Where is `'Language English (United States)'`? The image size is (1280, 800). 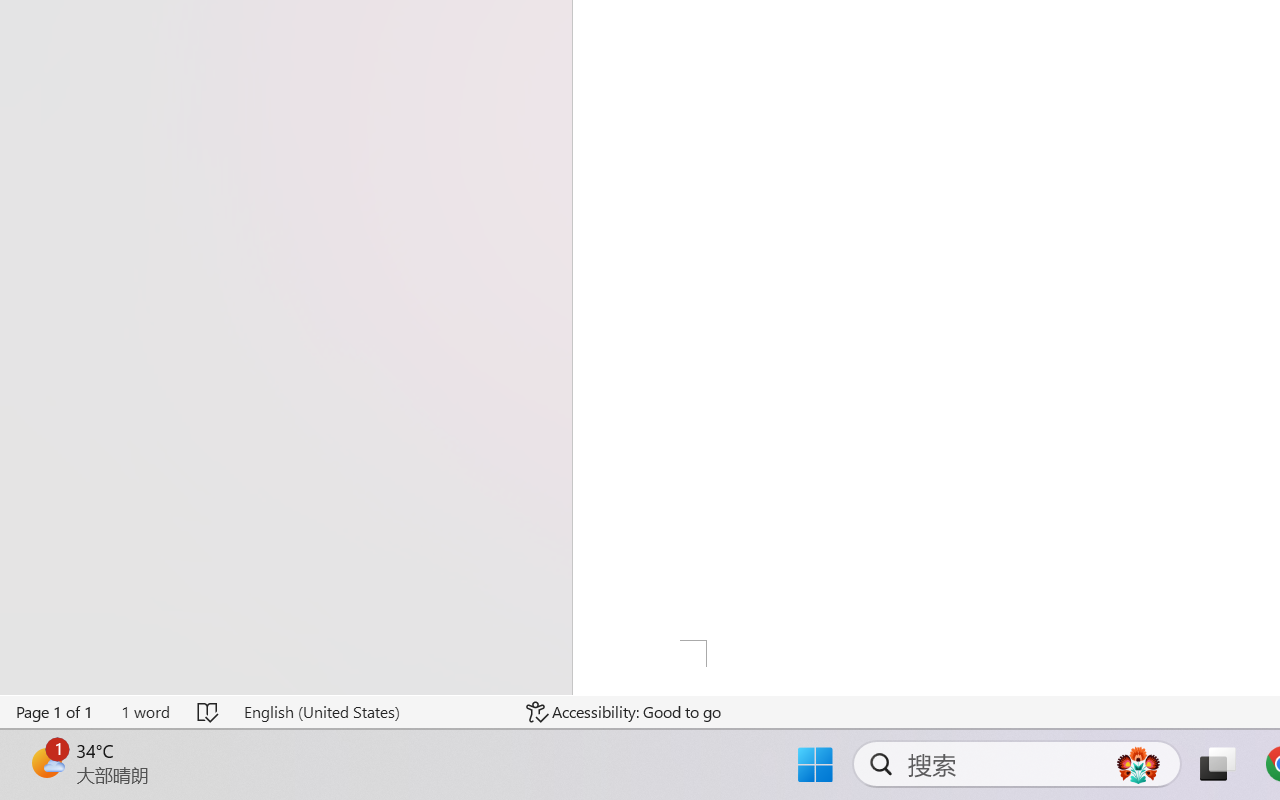
'Language English (United States)' is located at coordinates (371, 711).